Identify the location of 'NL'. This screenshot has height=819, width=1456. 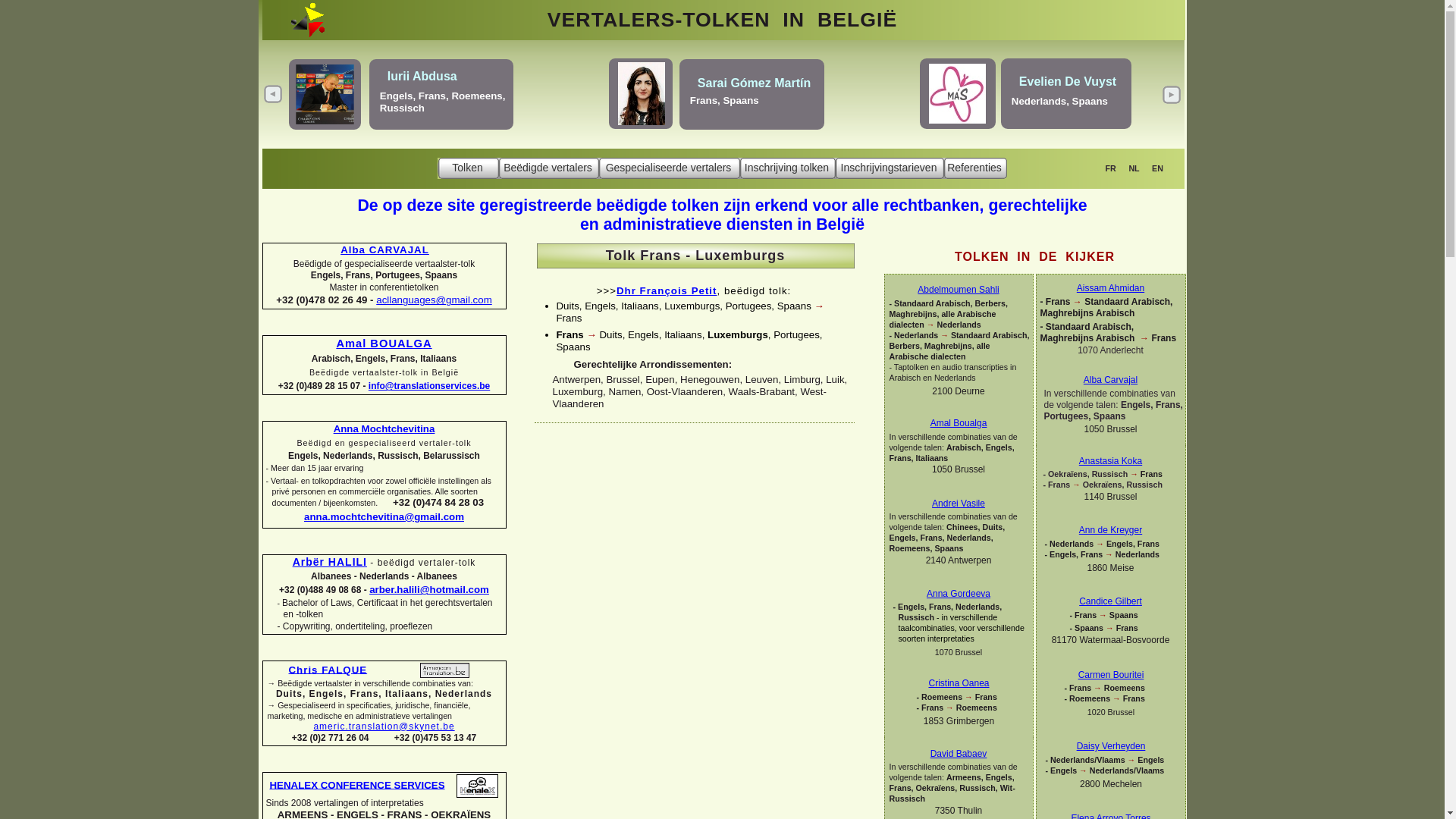
(1133, 168).